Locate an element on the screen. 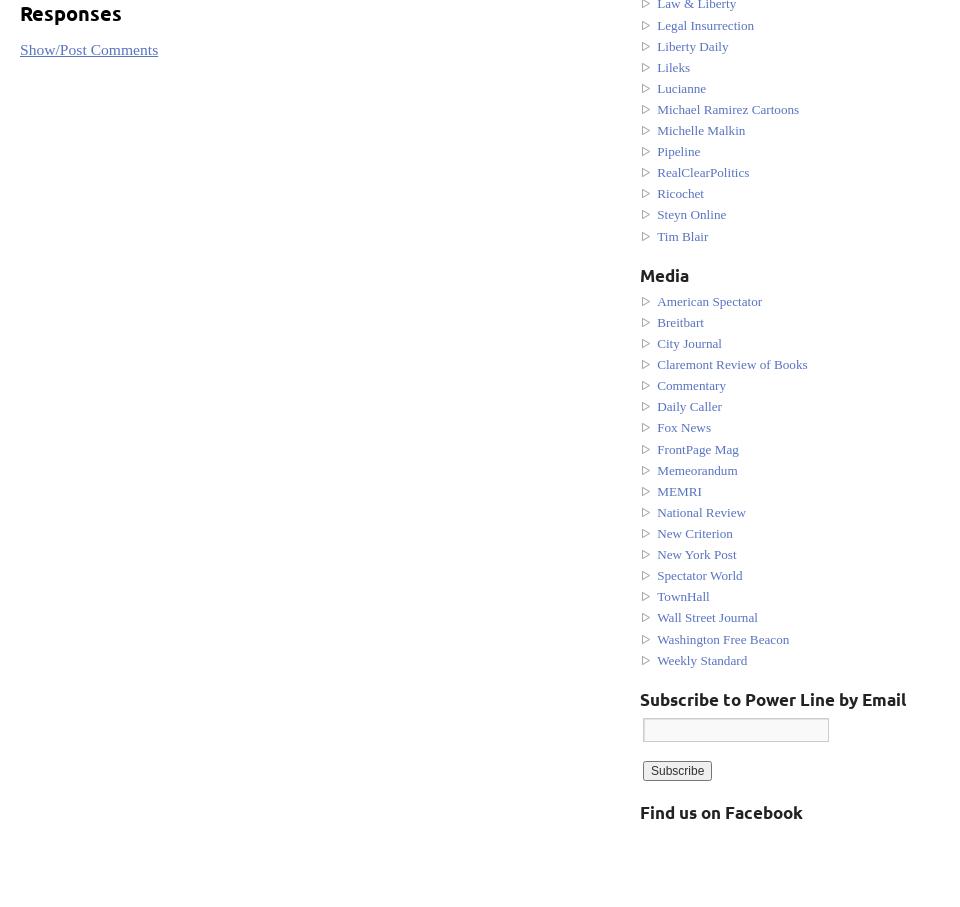 The image size is (960, 907). 'MEMRI' is located at coordinates (679, 490).